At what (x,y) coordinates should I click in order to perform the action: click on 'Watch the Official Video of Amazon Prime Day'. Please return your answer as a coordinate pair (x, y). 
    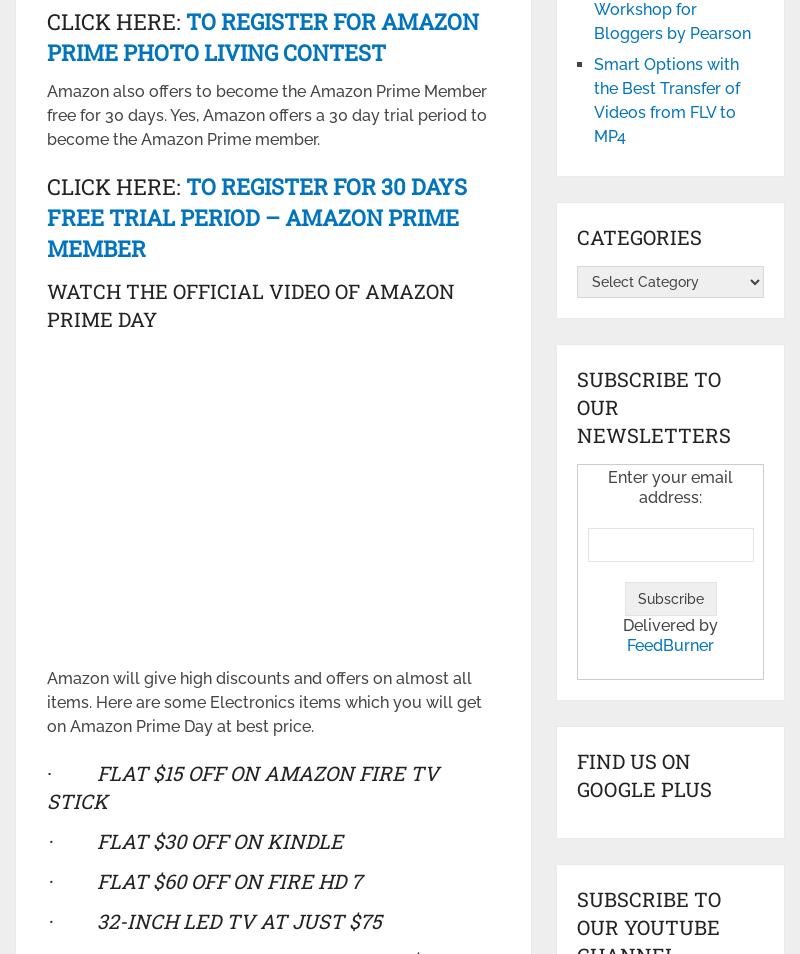
    Looking at the image, I should click on (45, 304).